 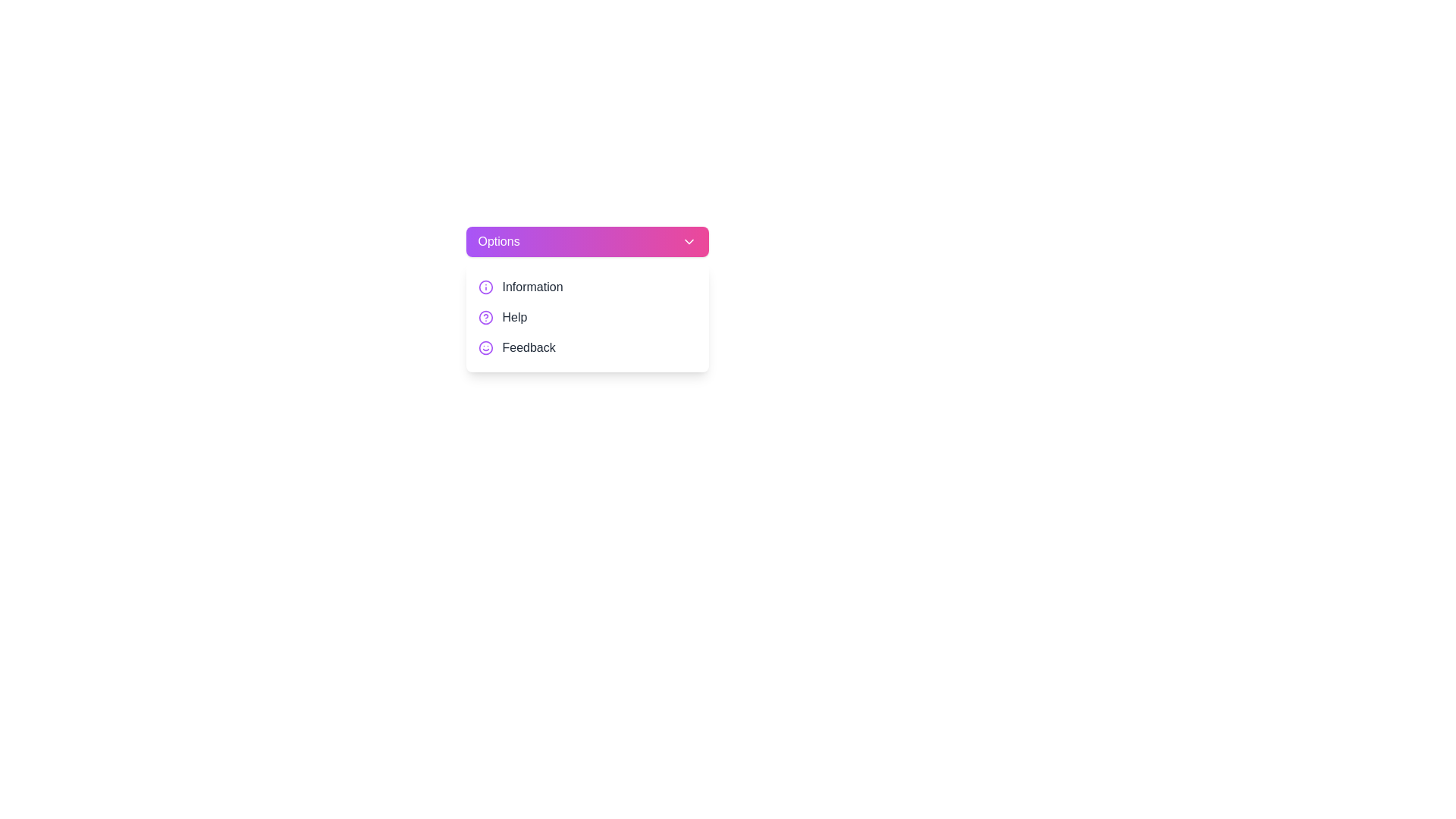 I want to click on the 'Help' button in the options menu, so click(x=586, y=317).